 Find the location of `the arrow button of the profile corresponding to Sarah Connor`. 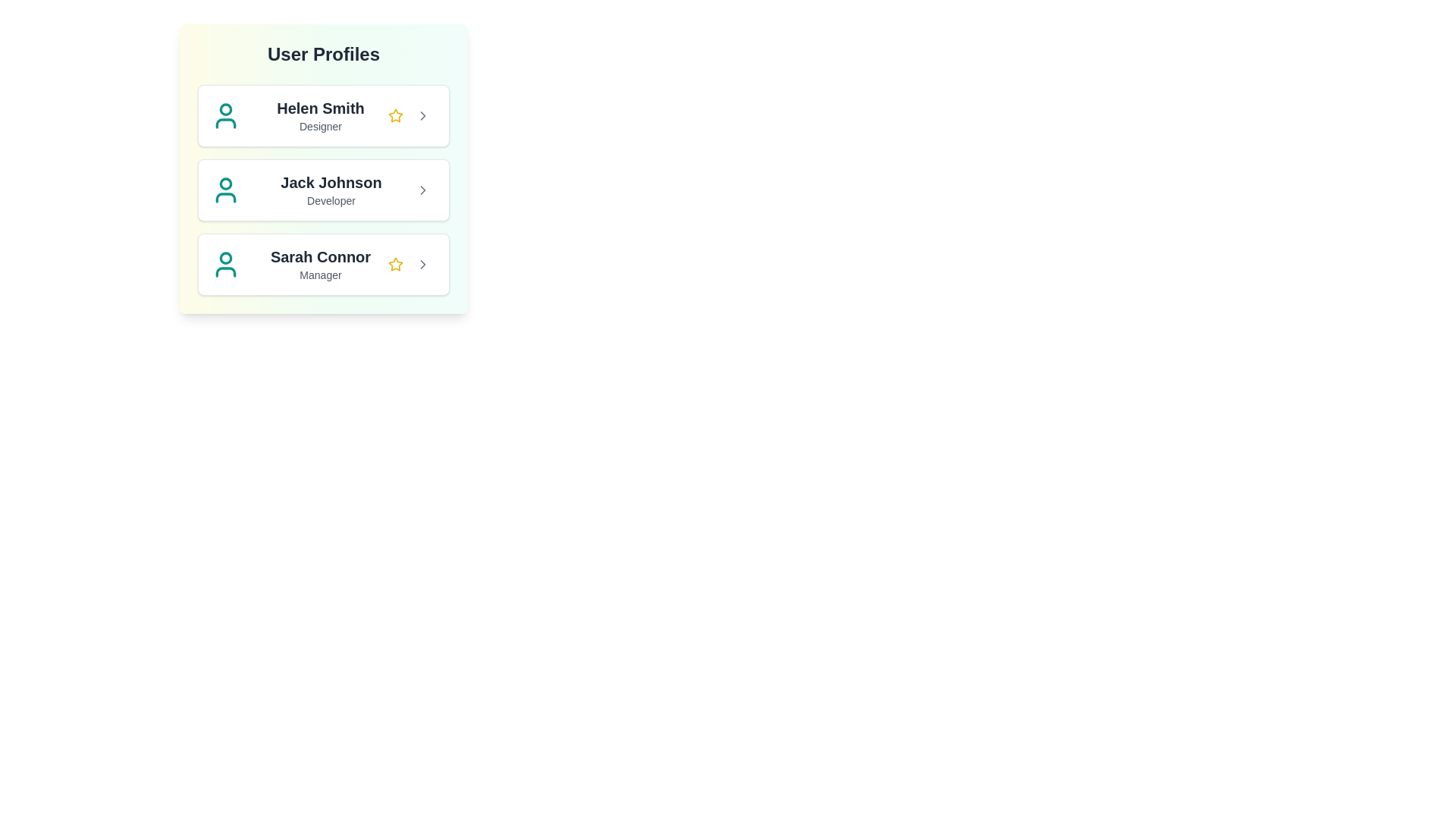

the arrow button of the profile corresponding to Sarah Connor is located at coordinates (422, 263).